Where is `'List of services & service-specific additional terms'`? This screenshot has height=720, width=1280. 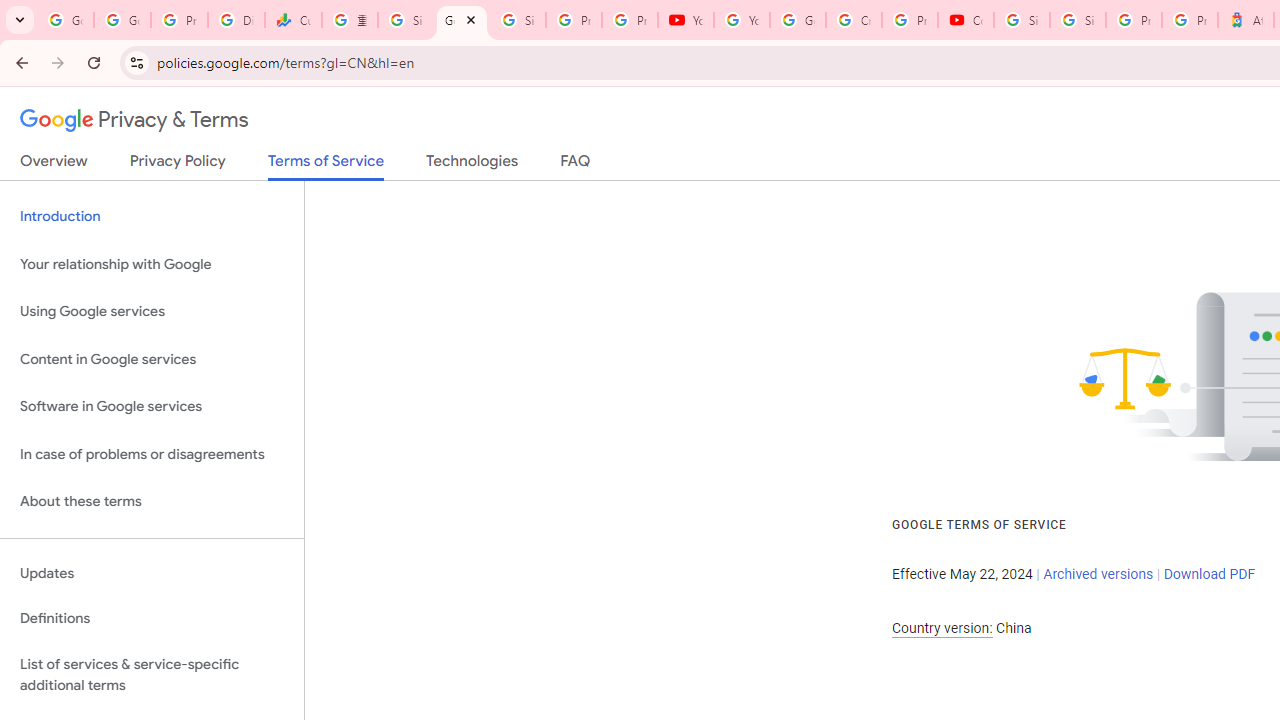 'List of services & service-specific additional terms' is located at coordinates (151, 675).